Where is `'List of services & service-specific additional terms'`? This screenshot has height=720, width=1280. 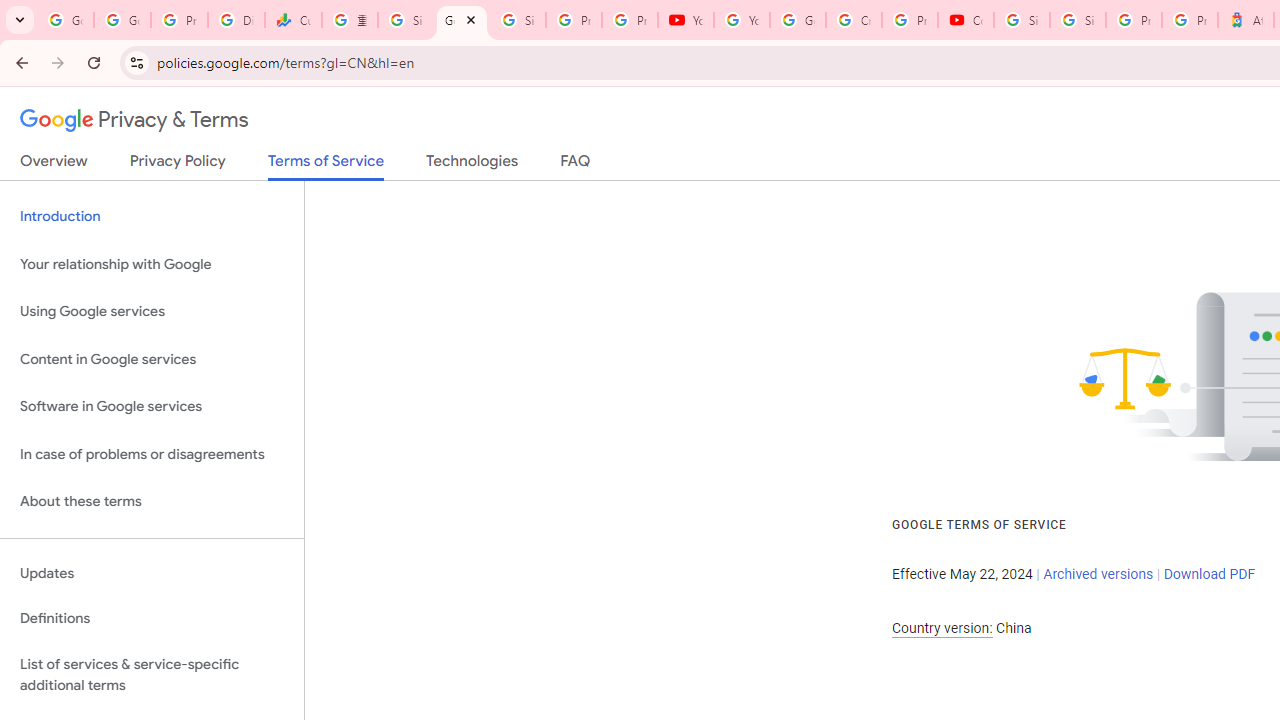 'List of services & service-specific additional terms' is located at coordinates (151, 675).